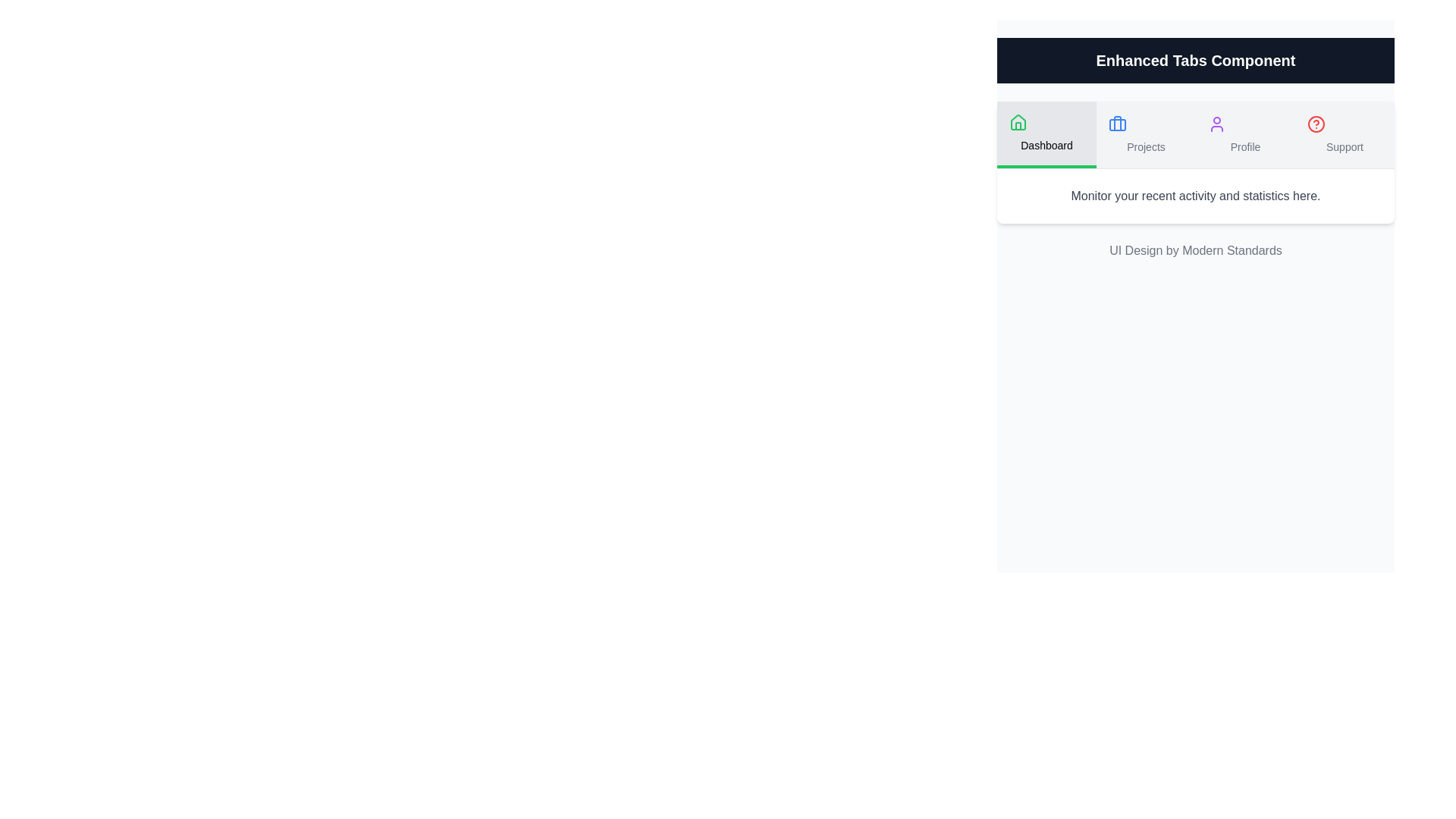  I want to click on the 'Dashboard' tab, which features a green house icon and a green bottom border, indicating it is selected, so click(1046, 133).